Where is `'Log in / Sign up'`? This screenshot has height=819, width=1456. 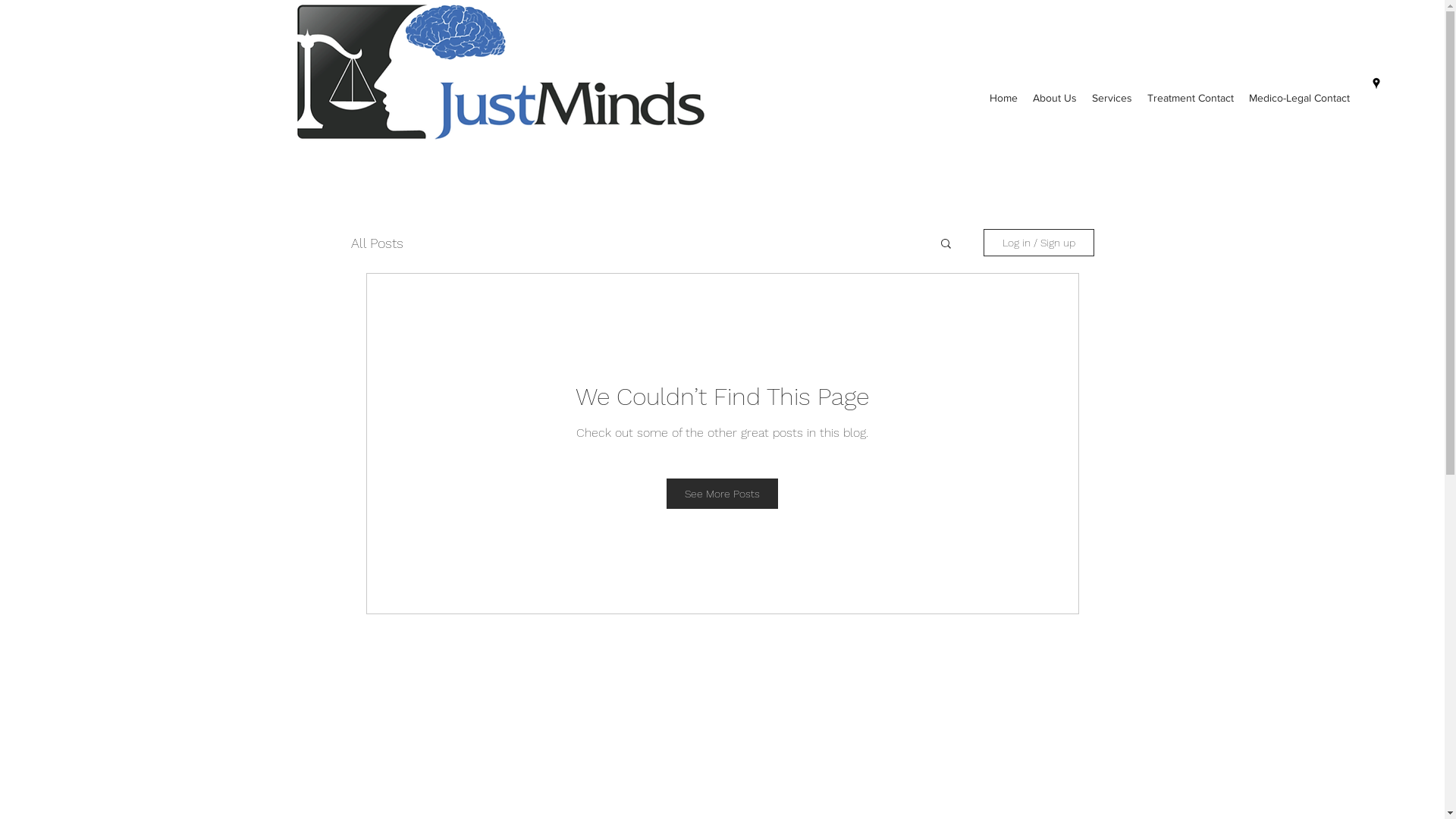
'Log in / Sign up' is located at coordinates (983, 242).